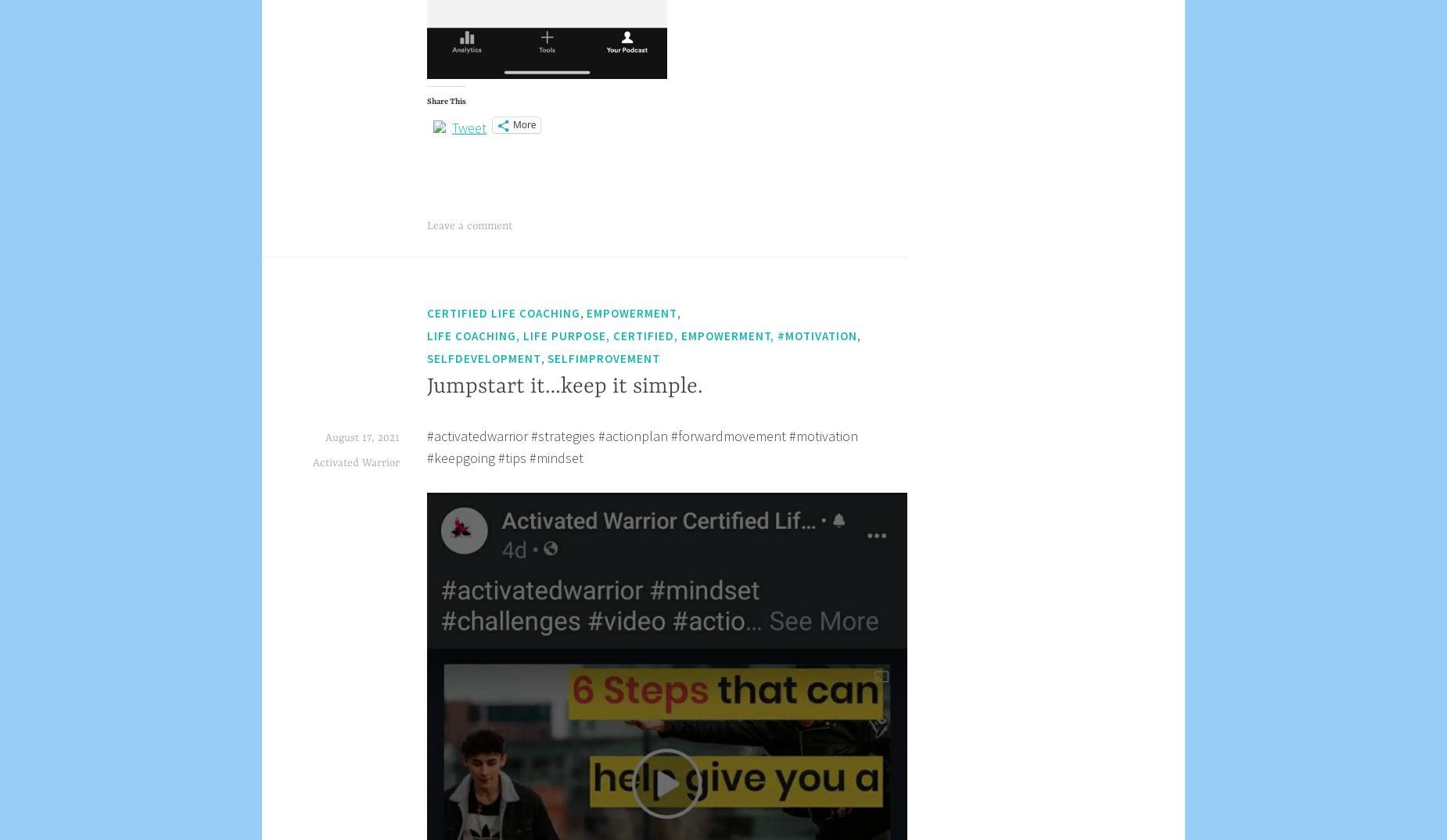  I want to click on 'Tweet', so click(469, 127).